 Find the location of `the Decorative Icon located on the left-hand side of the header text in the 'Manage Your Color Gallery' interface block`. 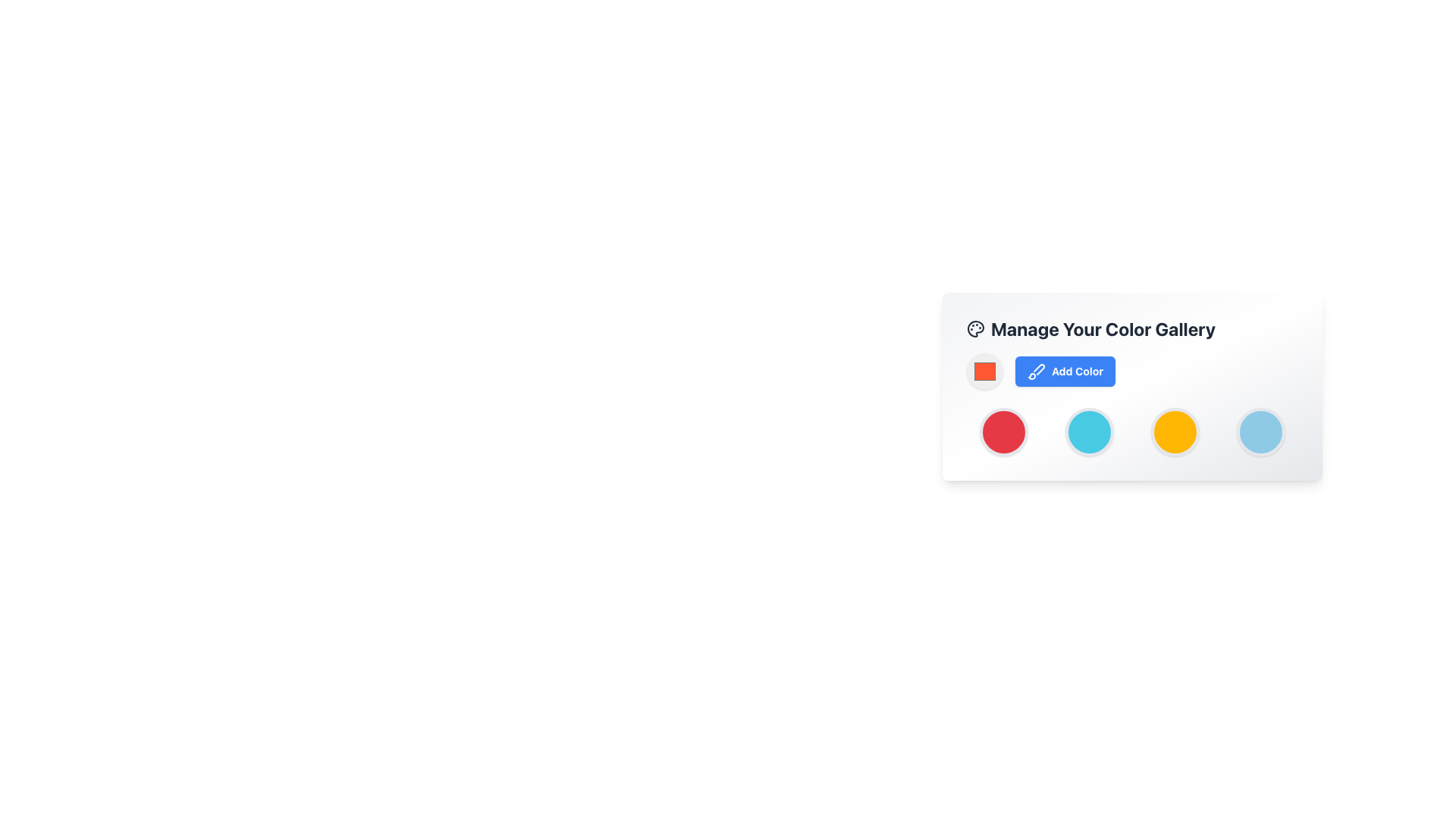

the Decorative Icon located on the left-hand side of the header text in the 'Manage Your Color Gallery' interface block is located at coordinates (975, 328).